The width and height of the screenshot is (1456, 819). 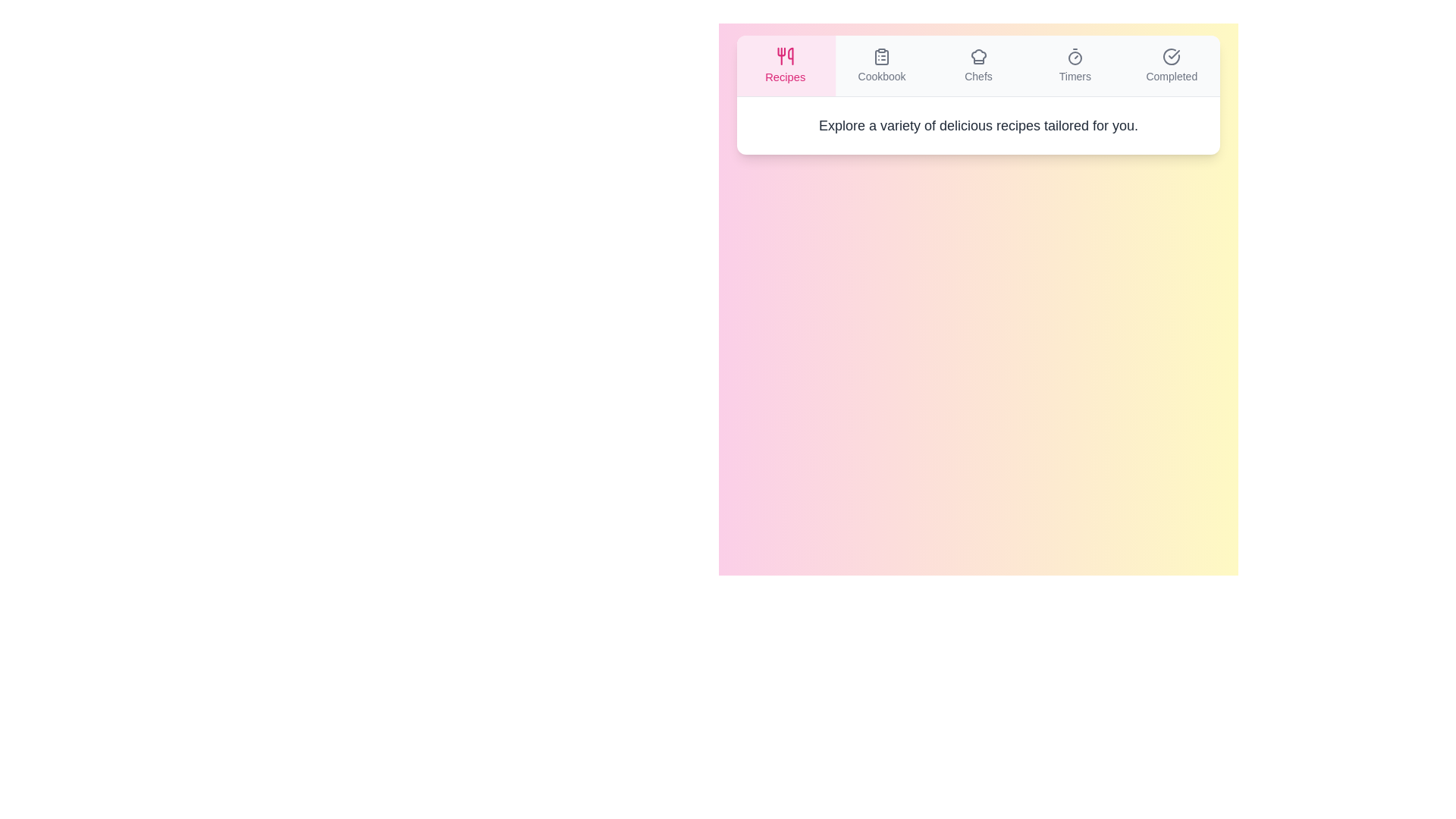 I want to click on the tab labeled Chefs to view its associated content, so click(x=978, y=65).